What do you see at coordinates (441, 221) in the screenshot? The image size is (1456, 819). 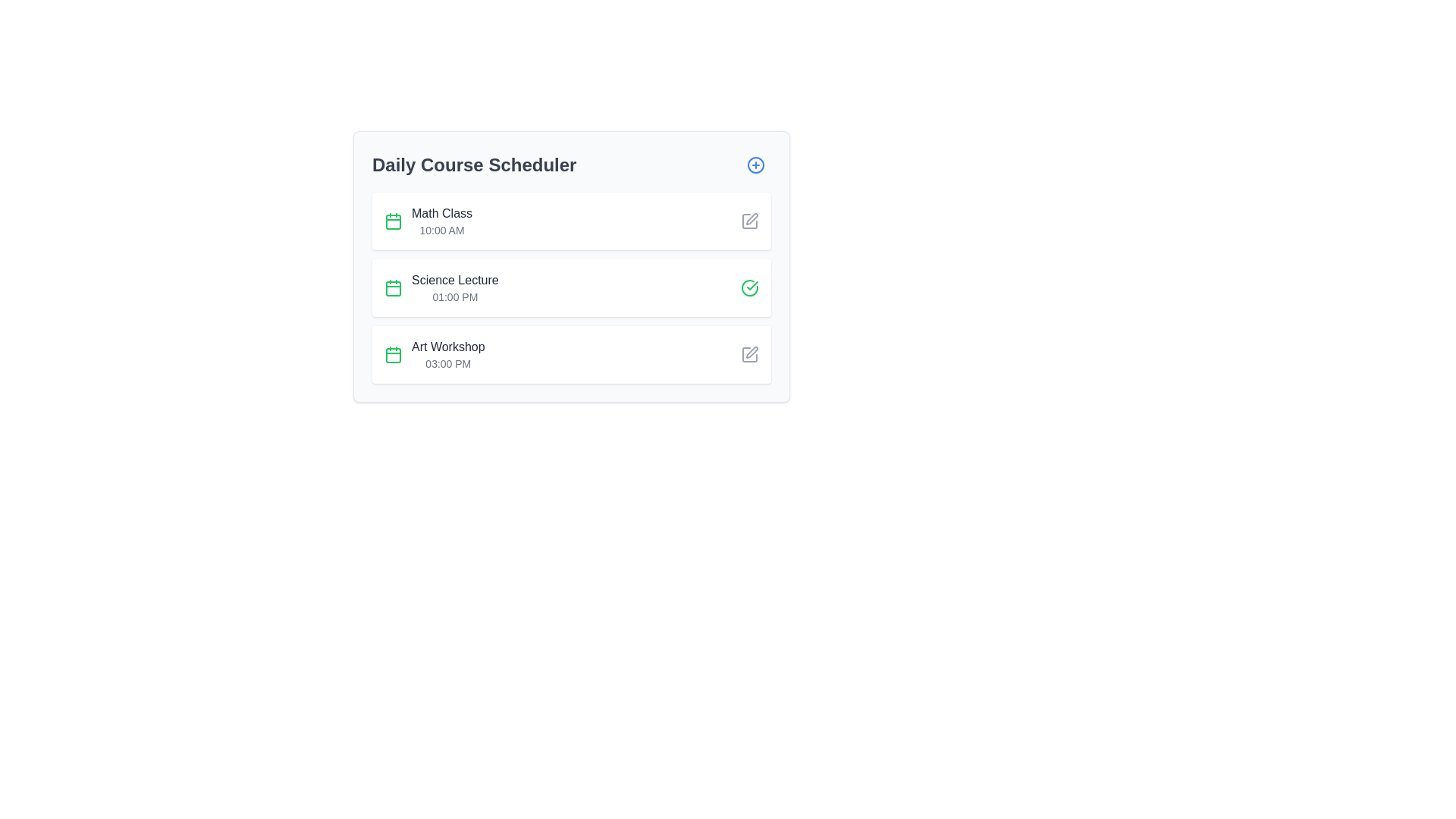 I see `the textual display element that signifies the scheduled event 'Math Class' at 10:00 AM, located in the Daily Course Scheduler section` at bounding box center [441, 221].